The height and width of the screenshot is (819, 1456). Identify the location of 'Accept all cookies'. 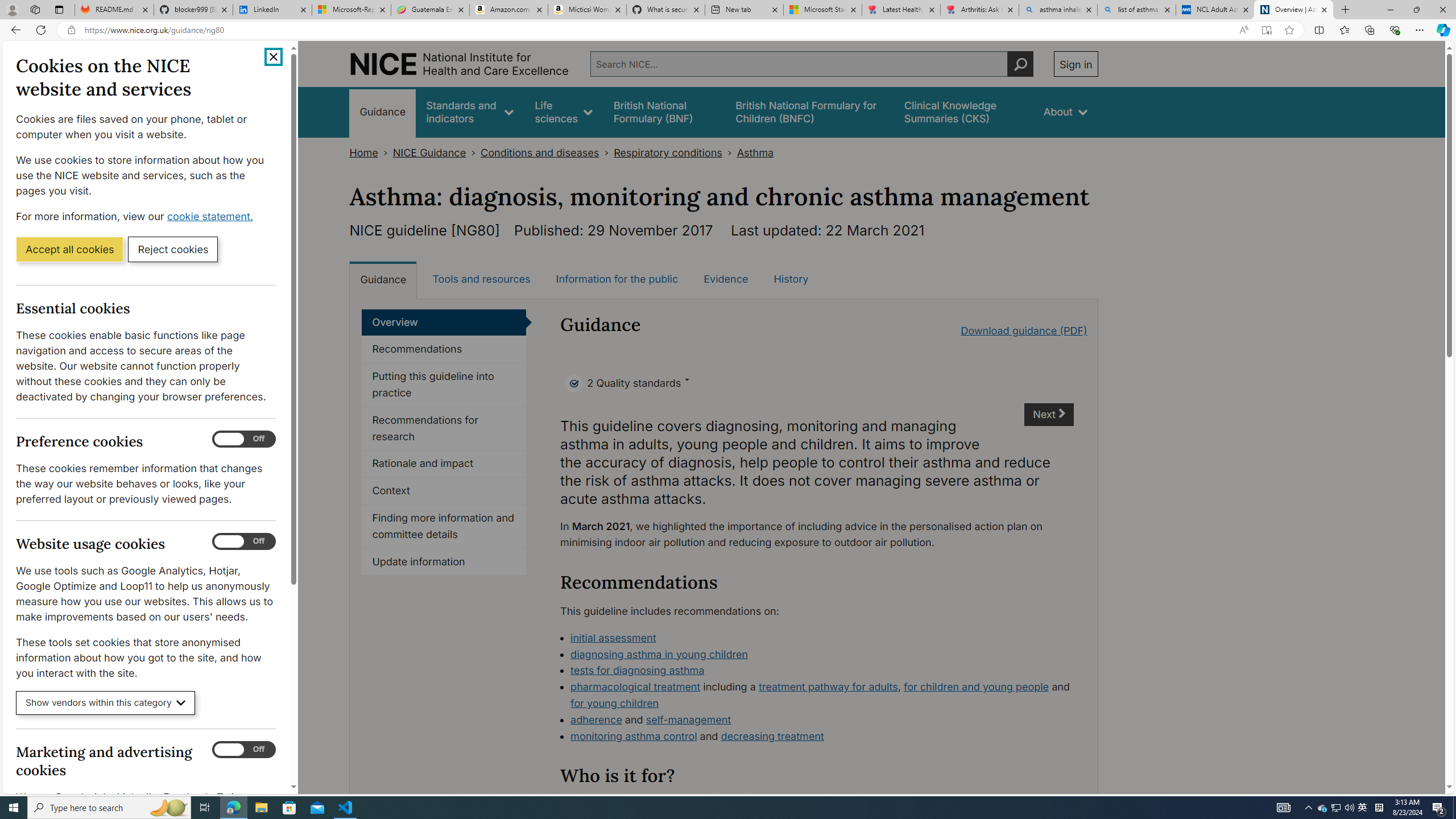
(69, 248).